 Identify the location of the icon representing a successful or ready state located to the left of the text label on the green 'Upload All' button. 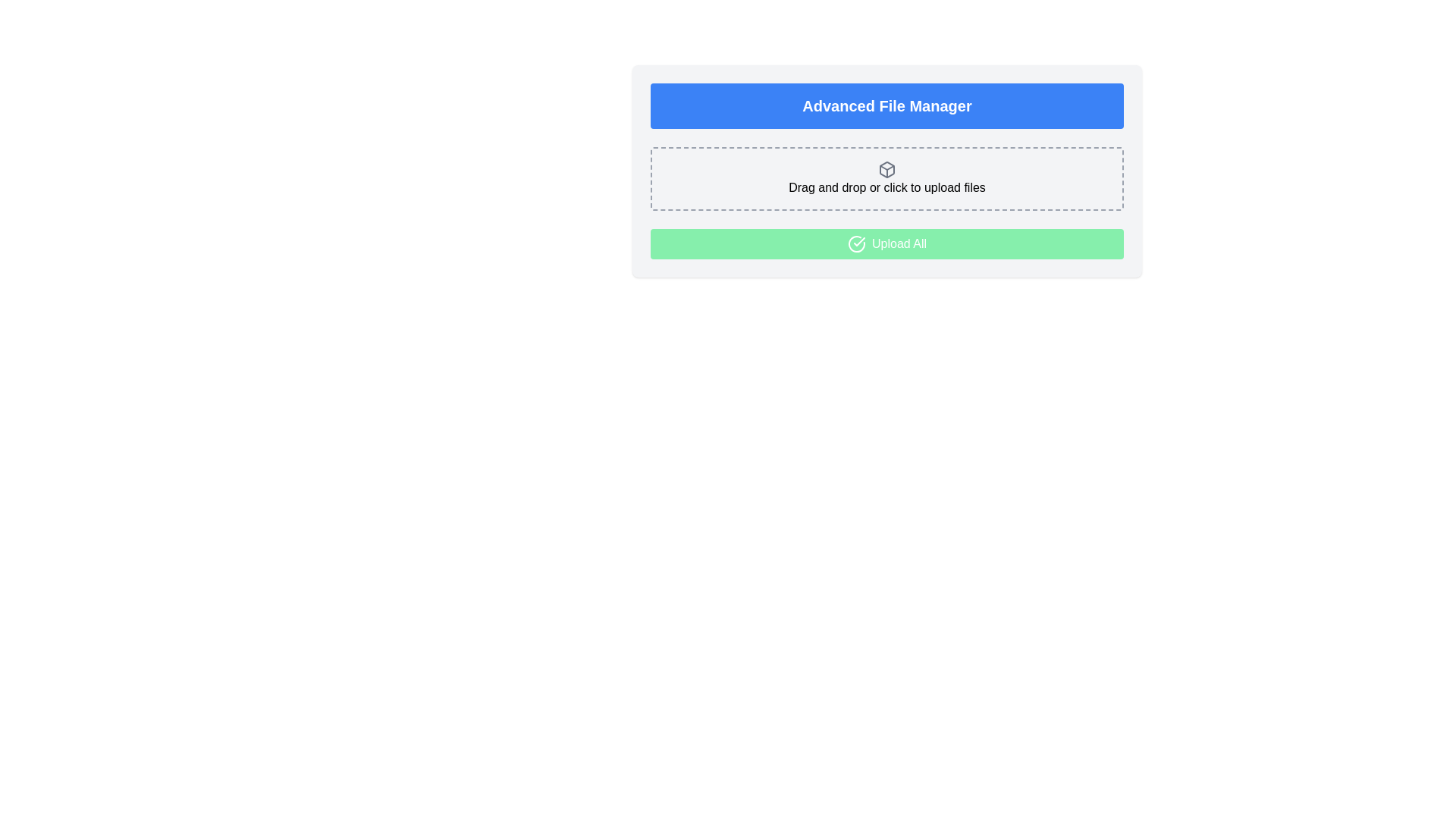
(856, 243).